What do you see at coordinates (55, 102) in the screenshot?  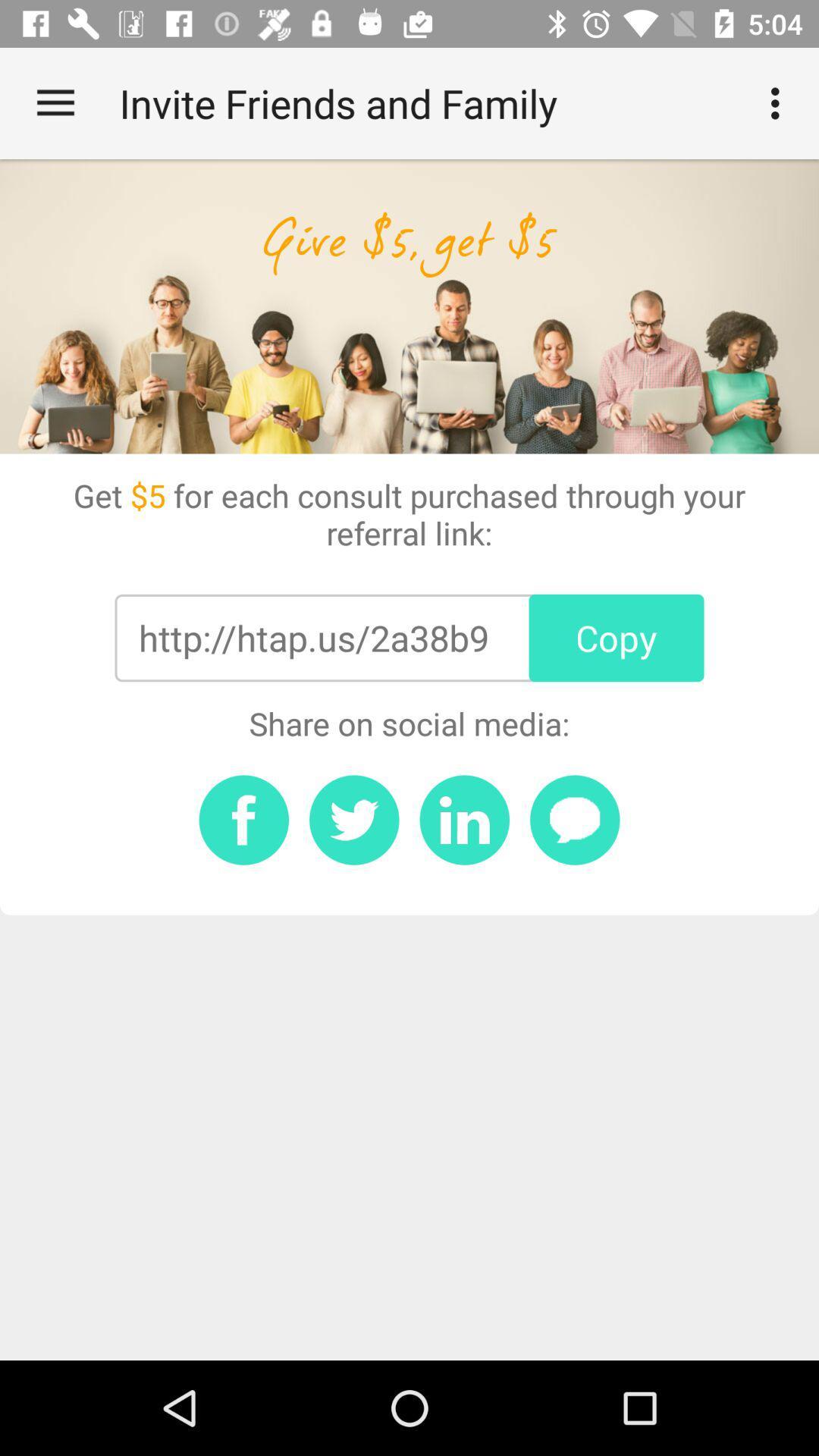 I see `the app to the left of the invite friends and` at bounding box center [55, 102].